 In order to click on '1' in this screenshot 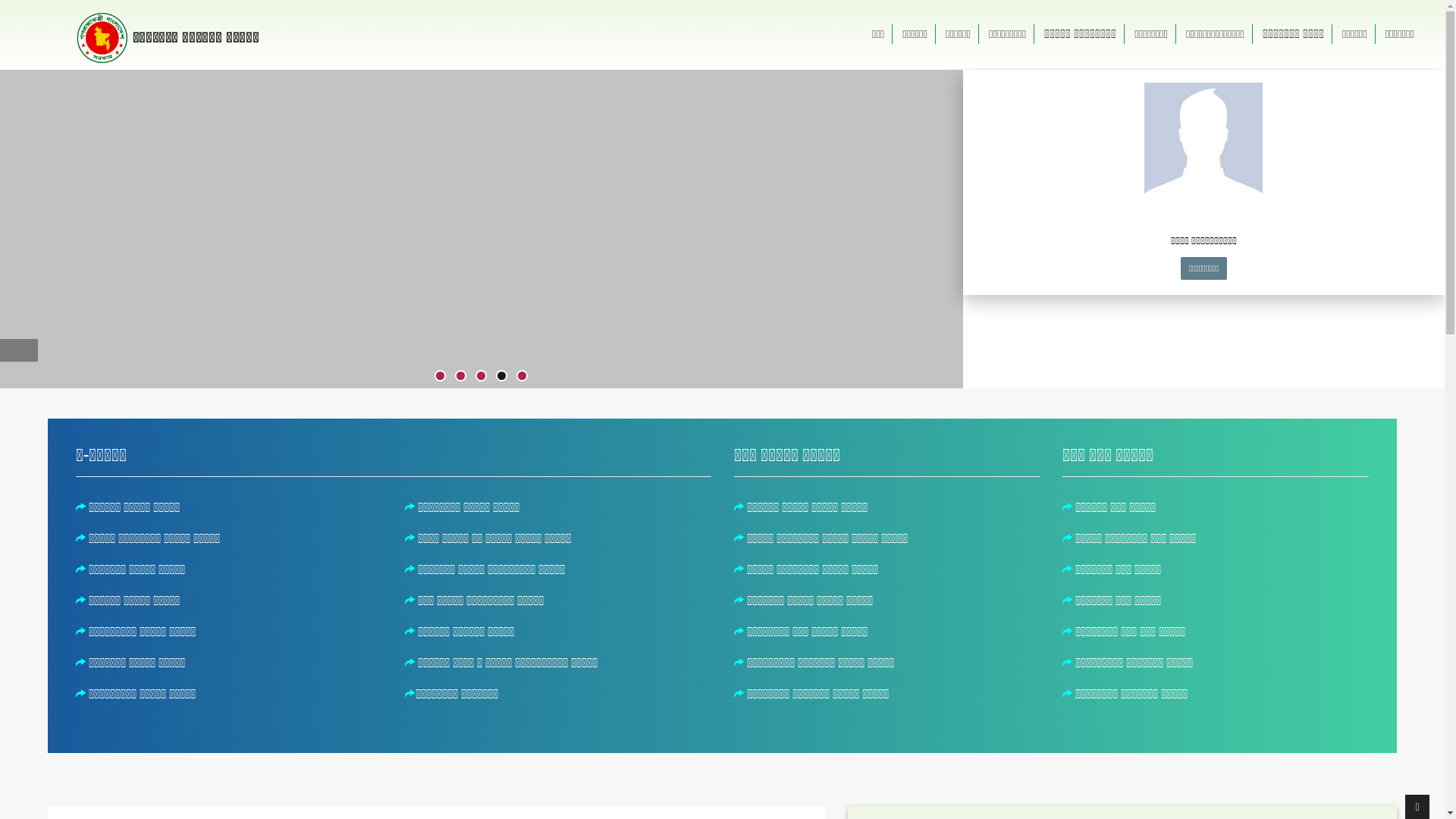, I will do `click(439, 375)`.